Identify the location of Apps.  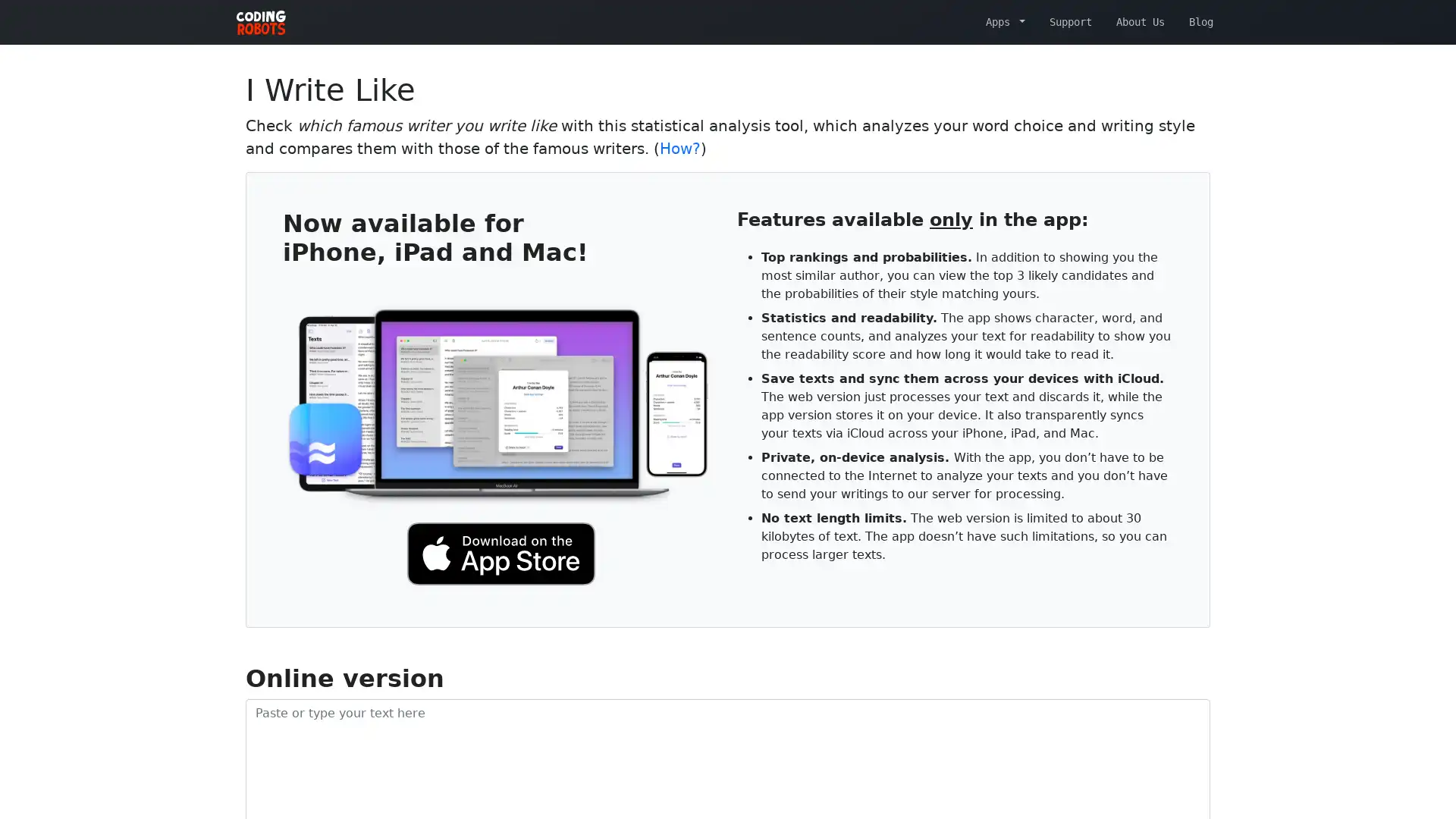
(1005, 21).